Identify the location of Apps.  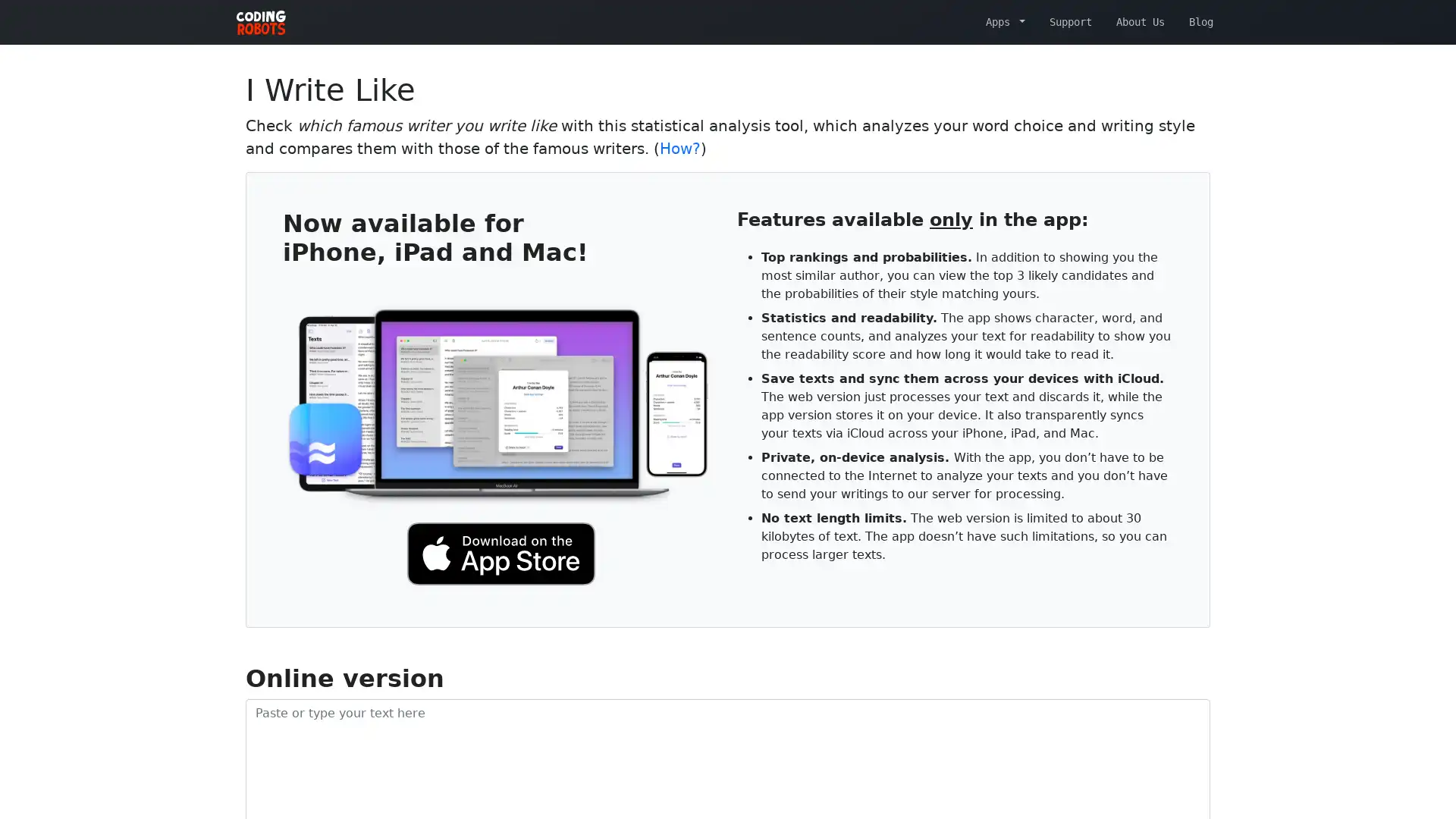
(1005, 21).